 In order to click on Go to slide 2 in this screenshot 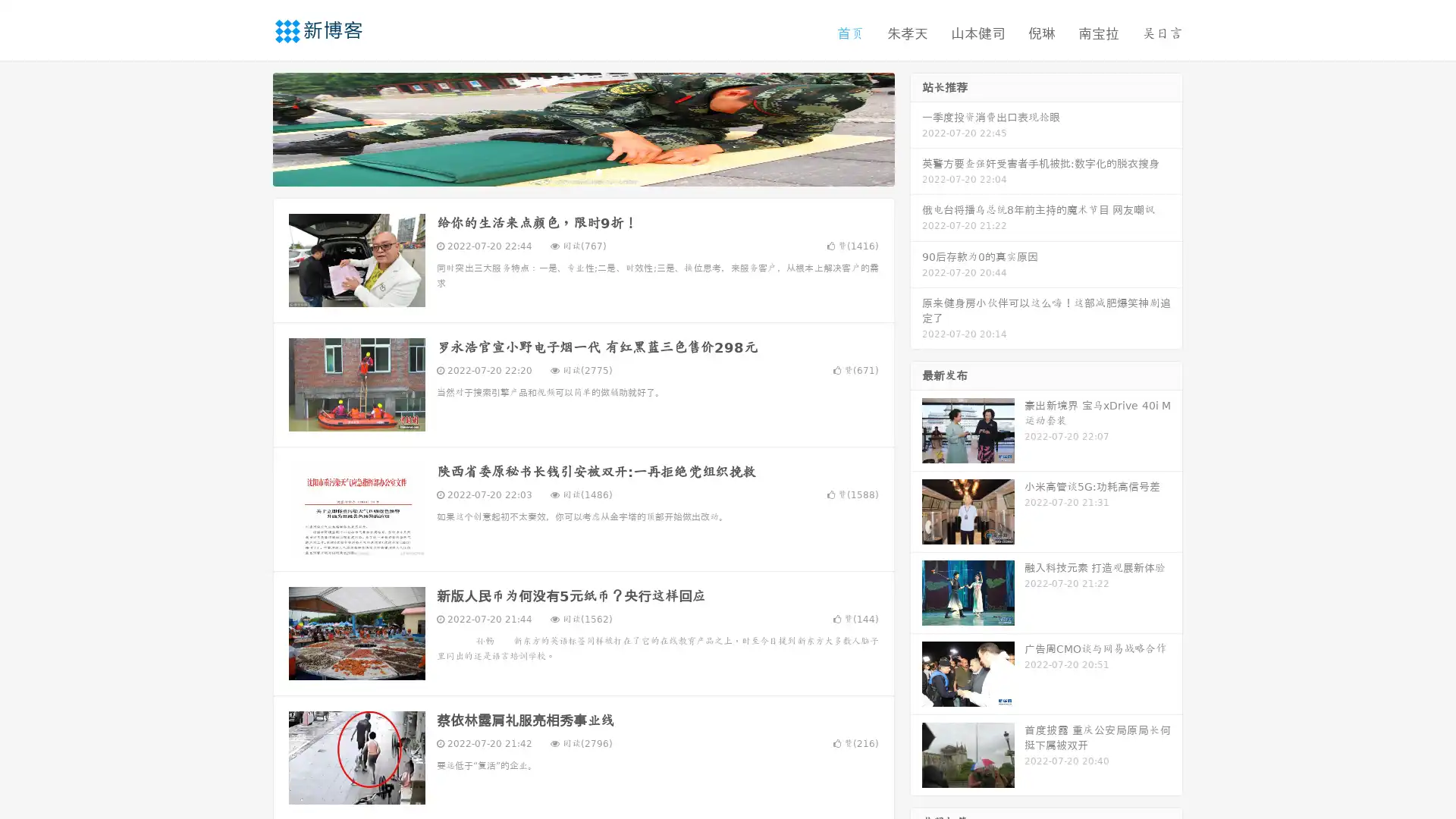, I will do `click(582, 171)`.